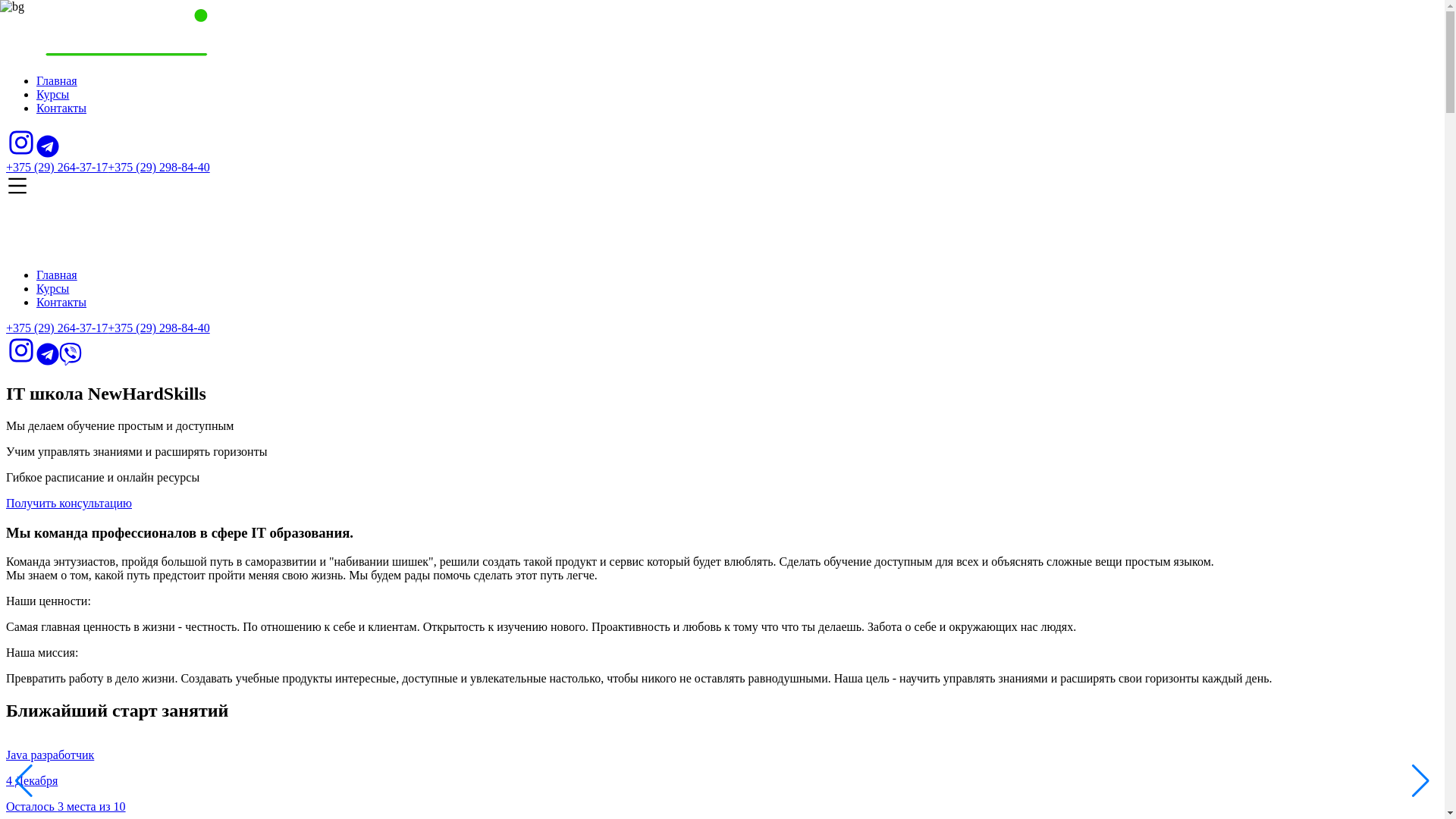 The width and height of the screenshot is (1456, 819). I want to click on '+375 (29) 264-37-17', so click(57, 327).